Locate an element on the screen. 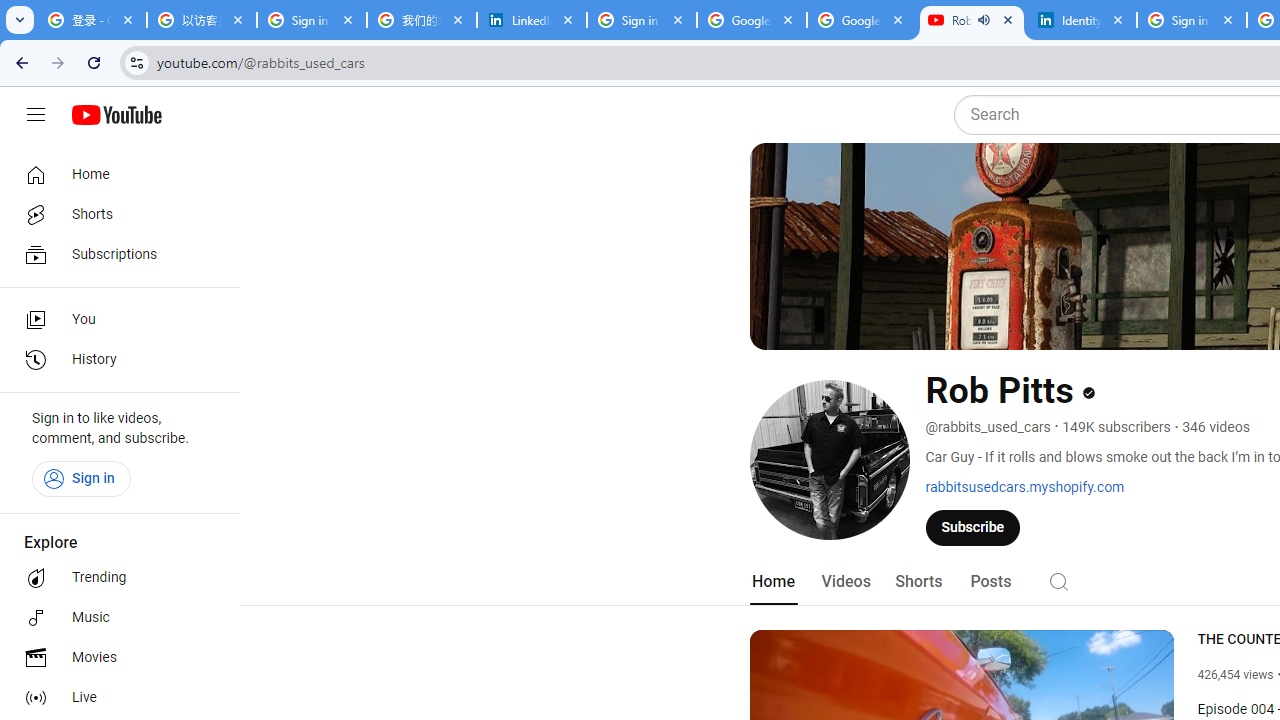 The width and height of the screenshot is (1280, 720). 'Sign in - Google Accounts' is located at coordinates (642, 20).